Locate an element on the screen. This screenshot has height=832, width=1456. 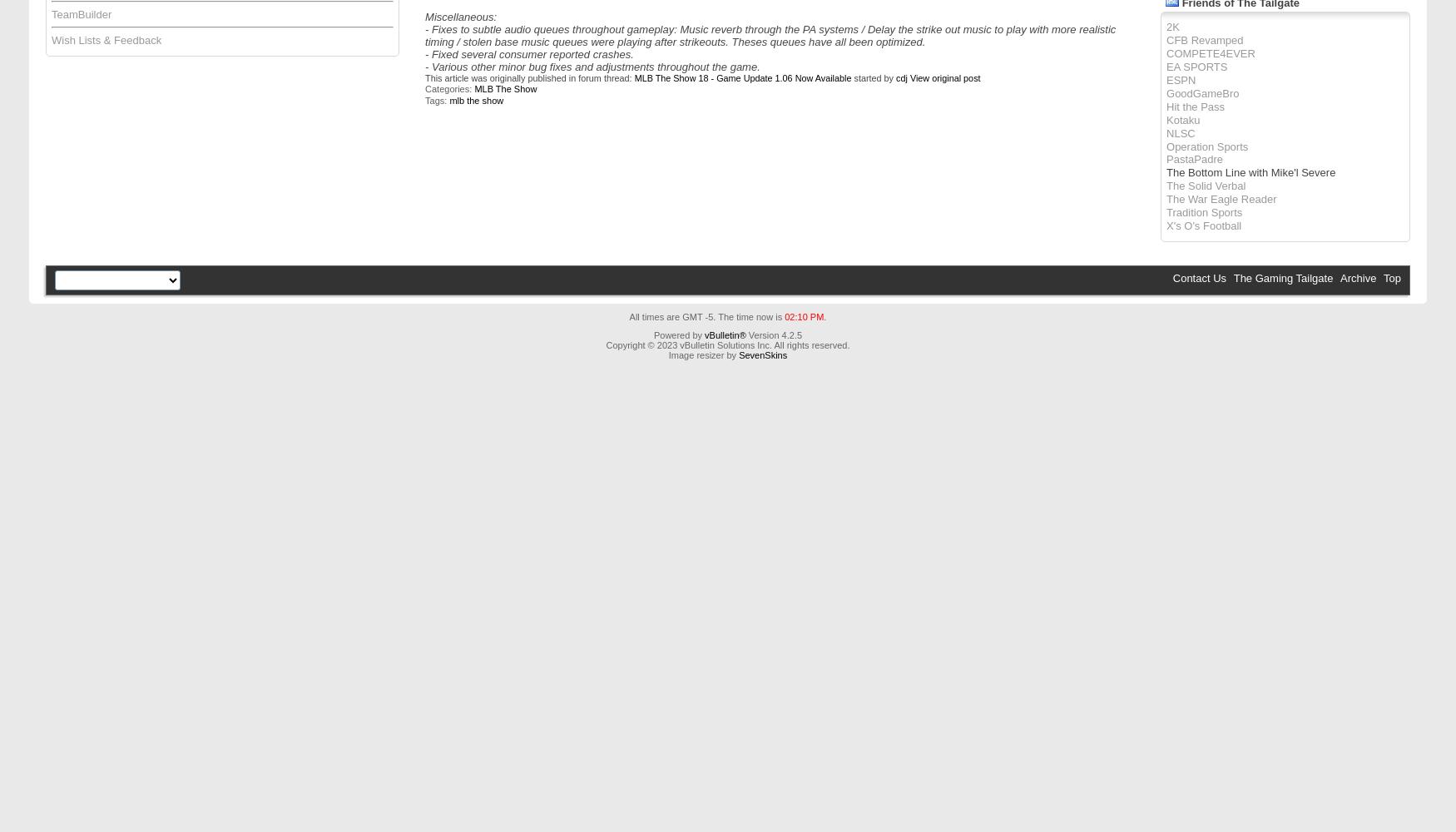
'Image resizer by' is located at coordinates (703, 355).